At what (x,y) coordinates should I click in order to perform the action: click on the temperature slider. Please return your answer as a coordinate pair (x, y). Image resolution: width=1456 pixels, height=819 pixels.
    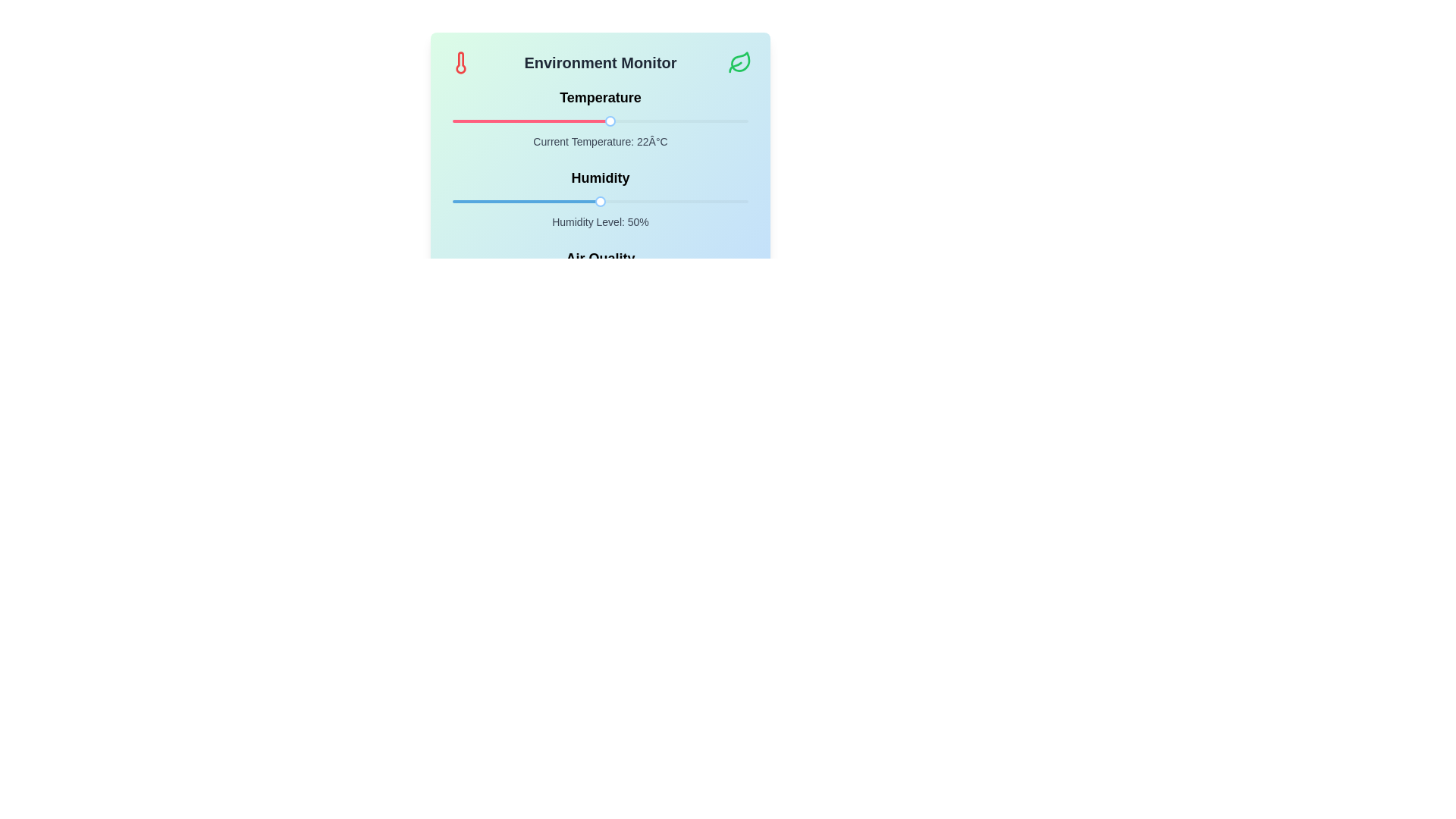
    Looking at the image, I should click on (552, 120).